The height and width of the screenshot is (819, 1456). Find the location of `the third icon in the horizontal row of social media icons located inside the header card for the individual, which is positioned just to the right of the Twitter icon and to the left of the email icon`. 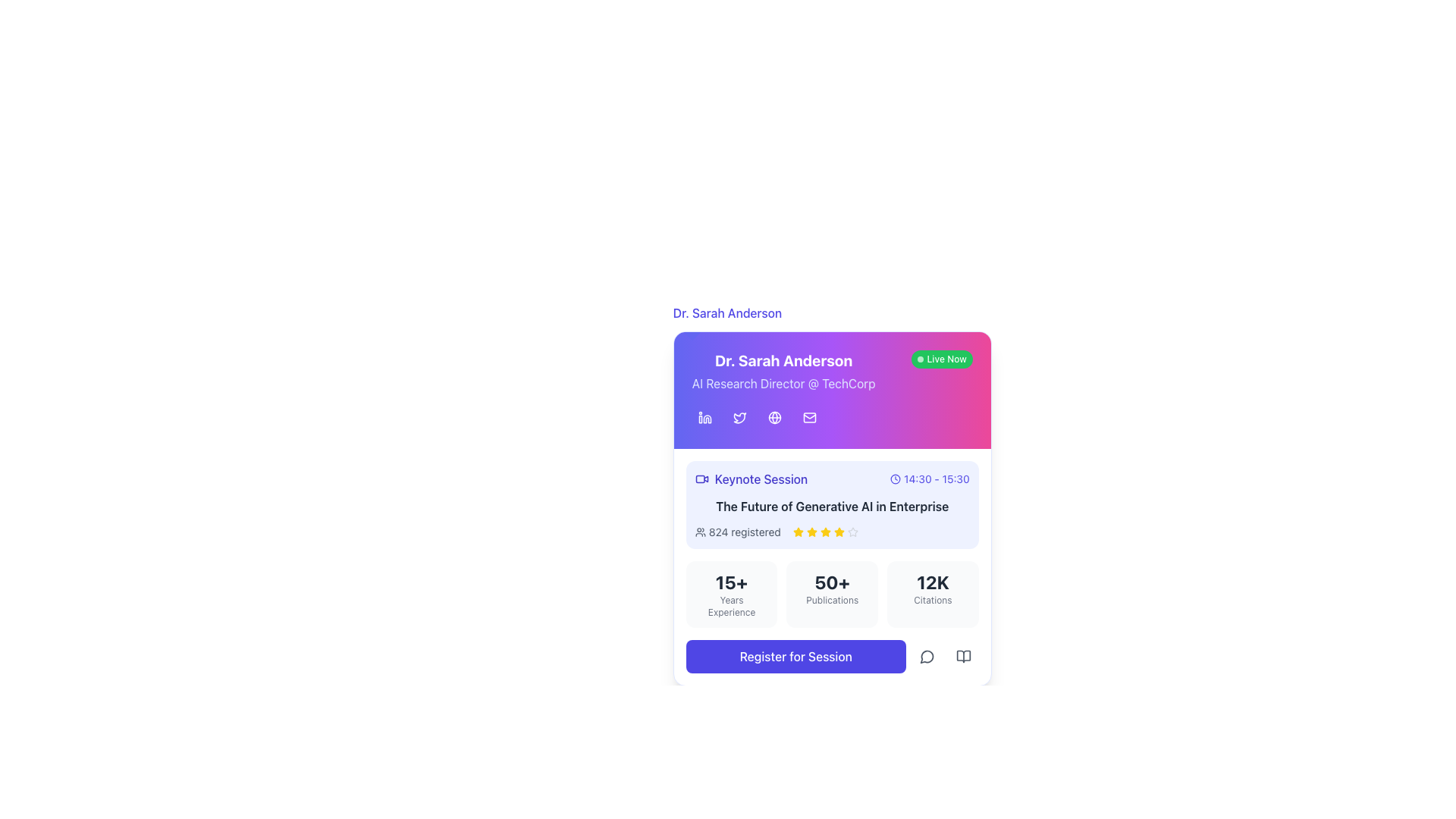

the third icon in the horizontal row of social media icons located inside the header card for the individual, which is positioned just to the right of the Twitter icon and to the left of the email icon is located at coordinates (774, 418).